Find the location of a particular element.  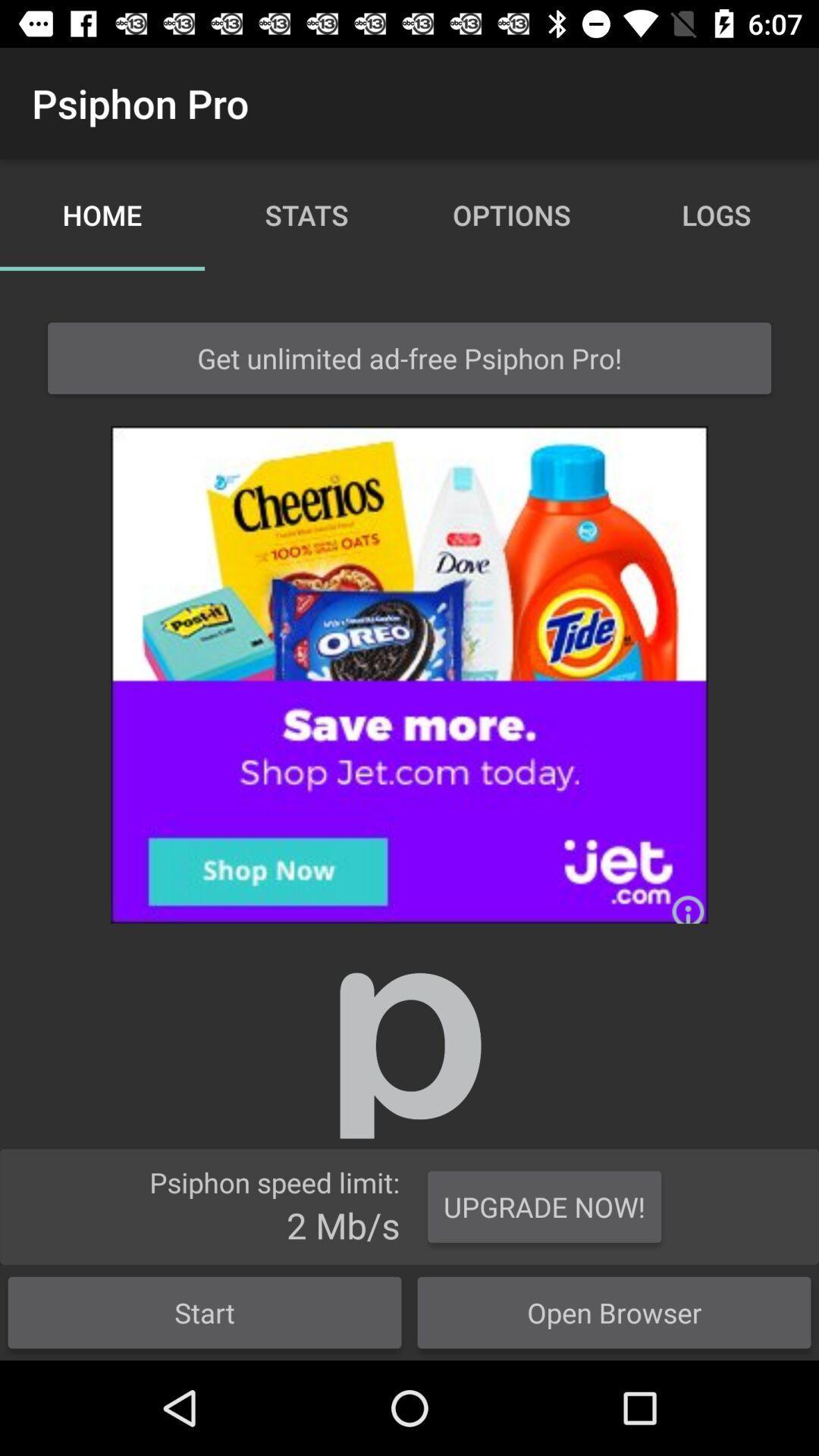

to advertisement box is located at coordinates (409, 673).